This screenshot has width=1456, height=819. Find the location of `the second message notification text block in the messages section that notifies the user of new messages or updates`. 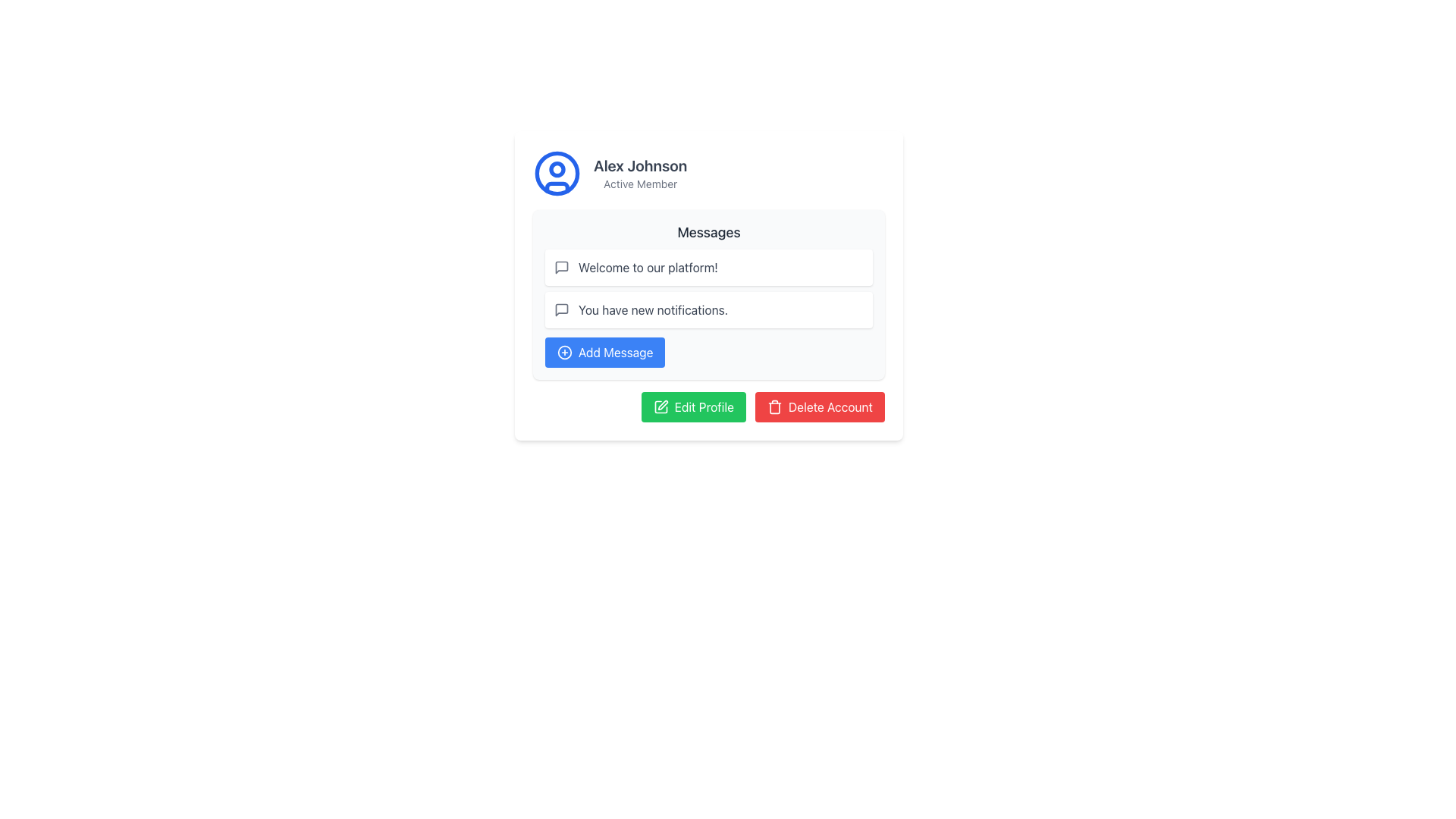

the second message notification text block in the messages section that notifies the user of new messages or updates is located at coordinates (653, 309).